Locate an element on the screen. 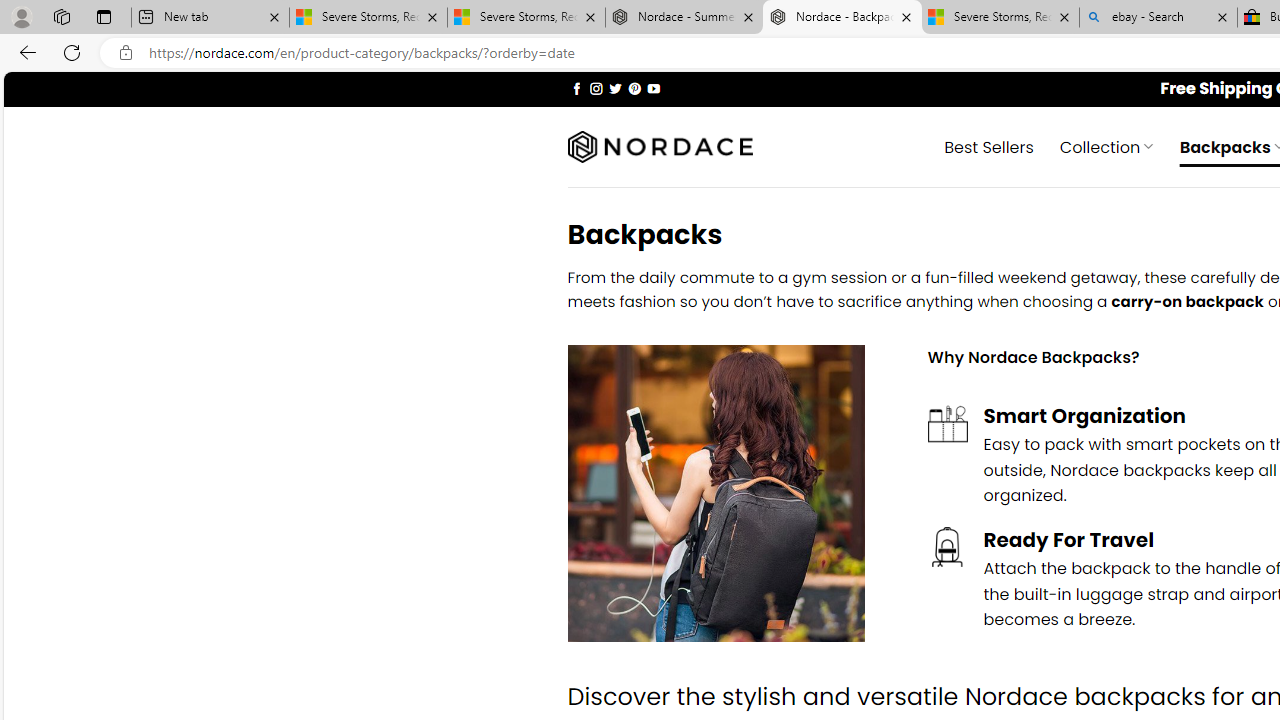 This screenshot has width=1280, height=720. 'Follow on Instagram' is located at coordinates (595, 87).